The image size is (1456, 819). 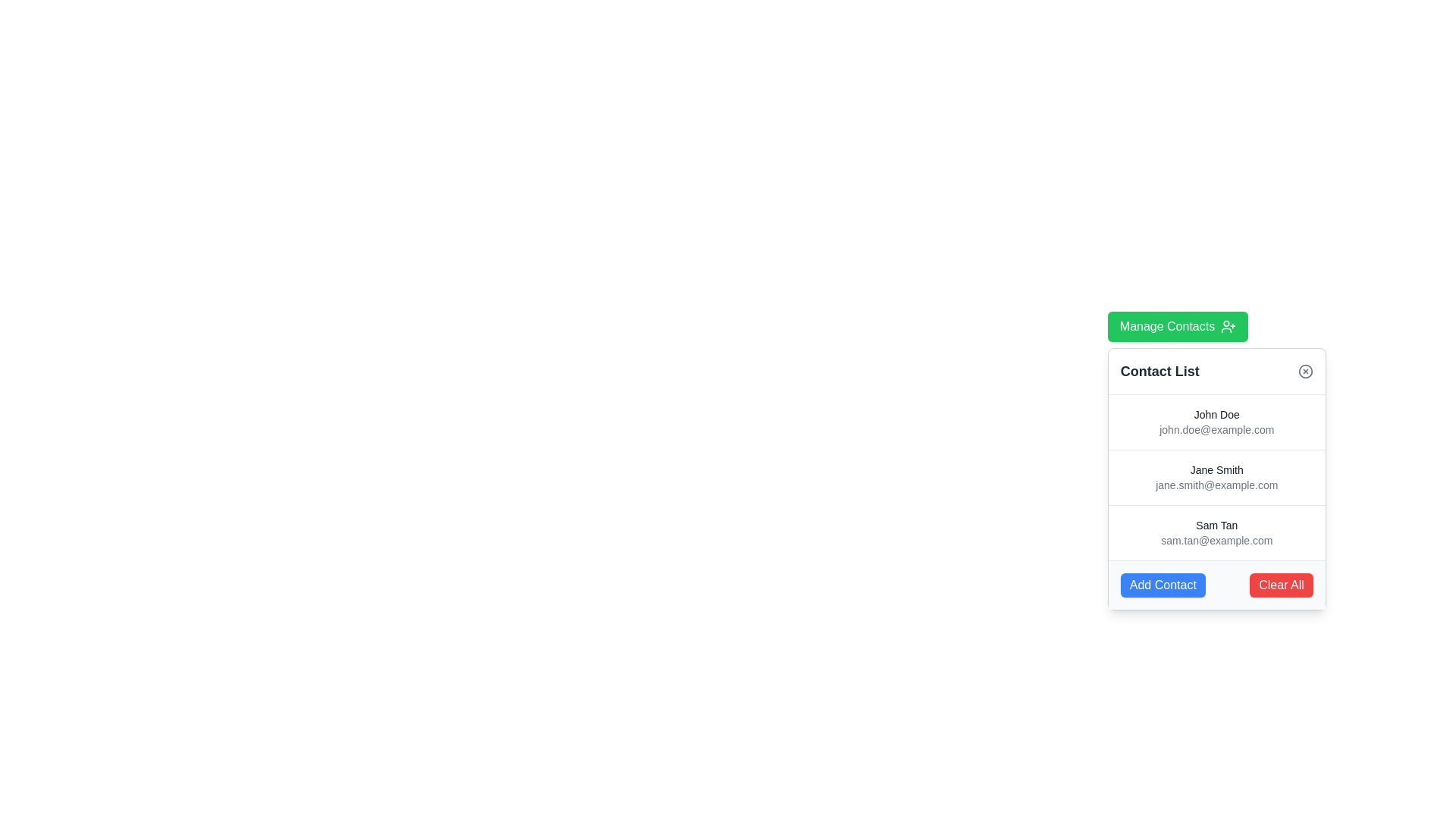 What do you see at coordinates (1304, 371) in the screenshot?
I see `the circular outline of the 'X' icon located in the top-right corner of the 'Contact List' card` at bounding box center [1304, 371].